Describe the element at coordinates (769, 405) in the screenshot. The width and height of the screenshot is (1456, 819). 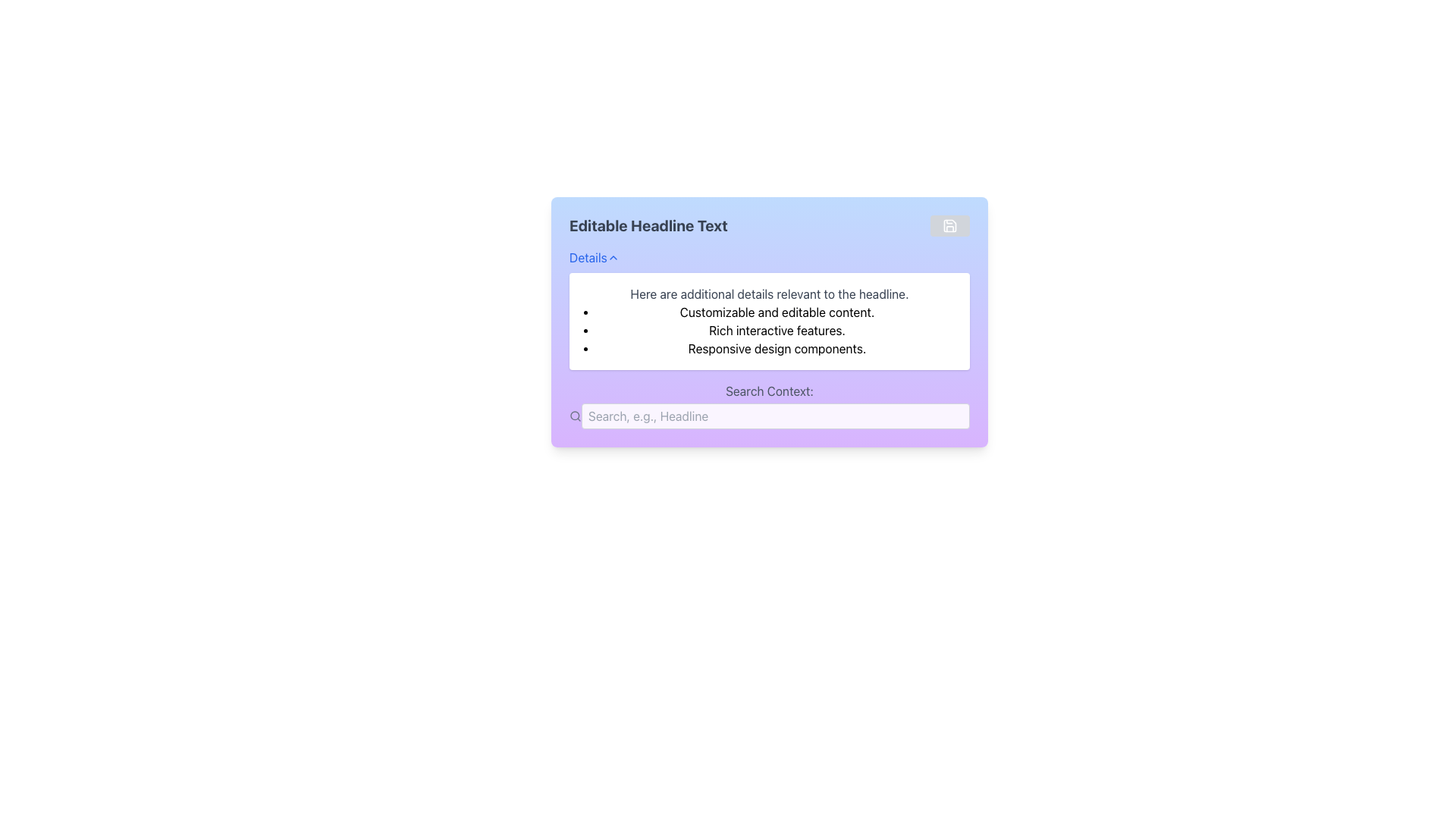
I see `the label positioned beneath 'Editable Headline Text' and above the search input box, which serves as a context title for the input field` at that location.